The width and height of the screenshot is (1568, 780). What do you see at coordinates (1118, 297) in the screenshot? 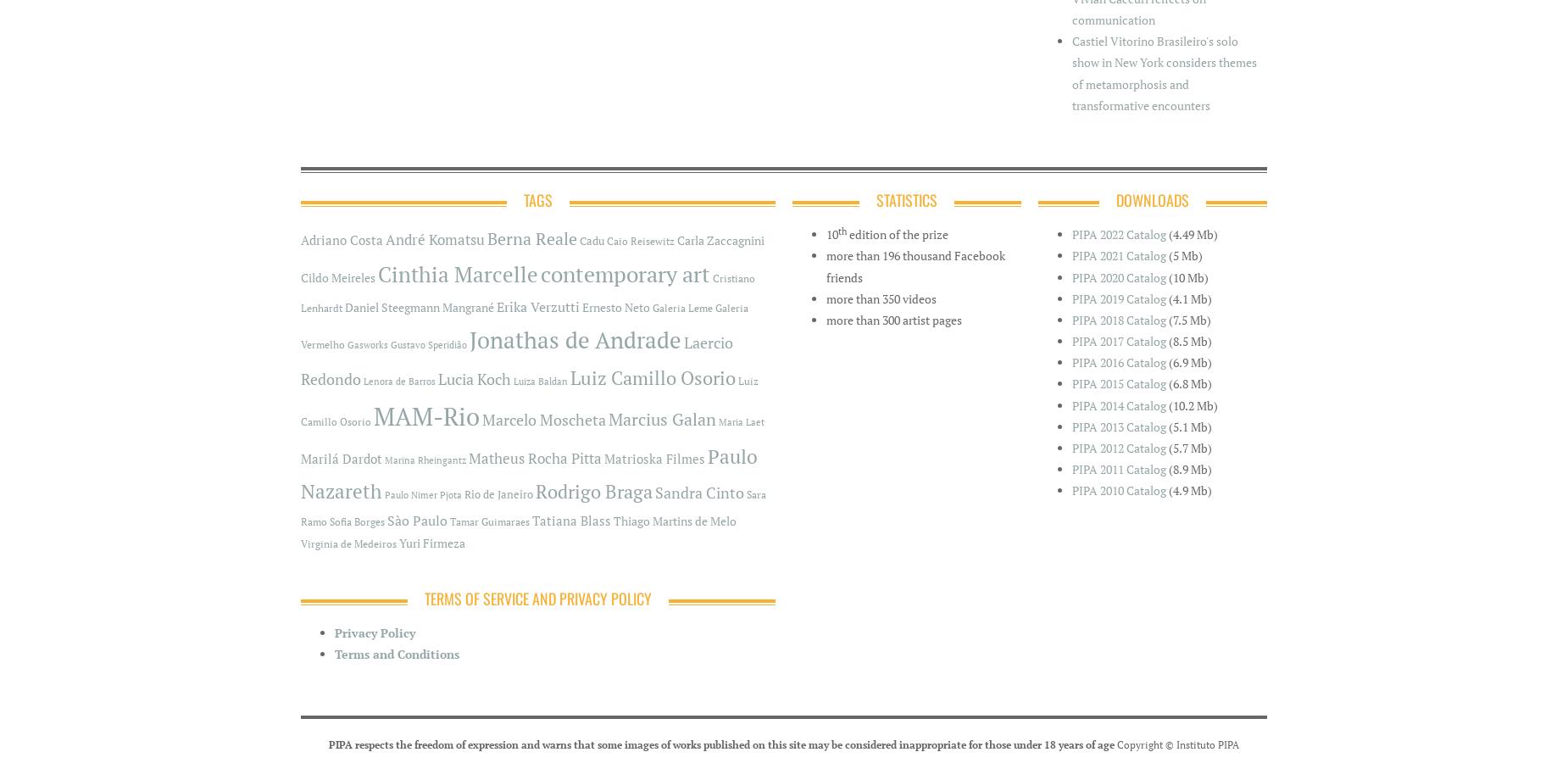
I see `'PIPA 2019 Catalog'` at bounding box center [1118, 297].